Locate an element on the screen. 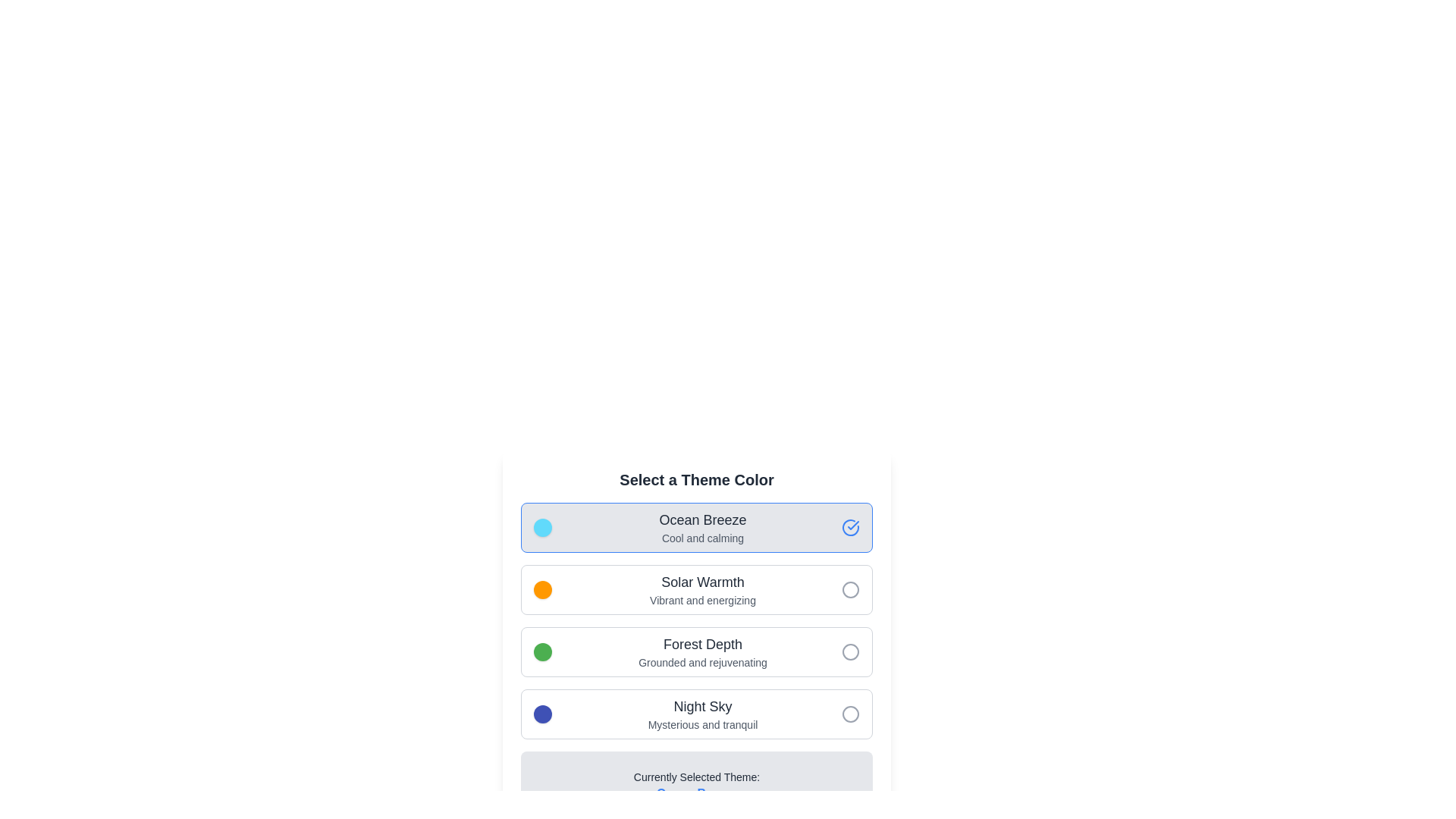  the 'Night Sky' theme selection button is located at coordinates (695, 714).